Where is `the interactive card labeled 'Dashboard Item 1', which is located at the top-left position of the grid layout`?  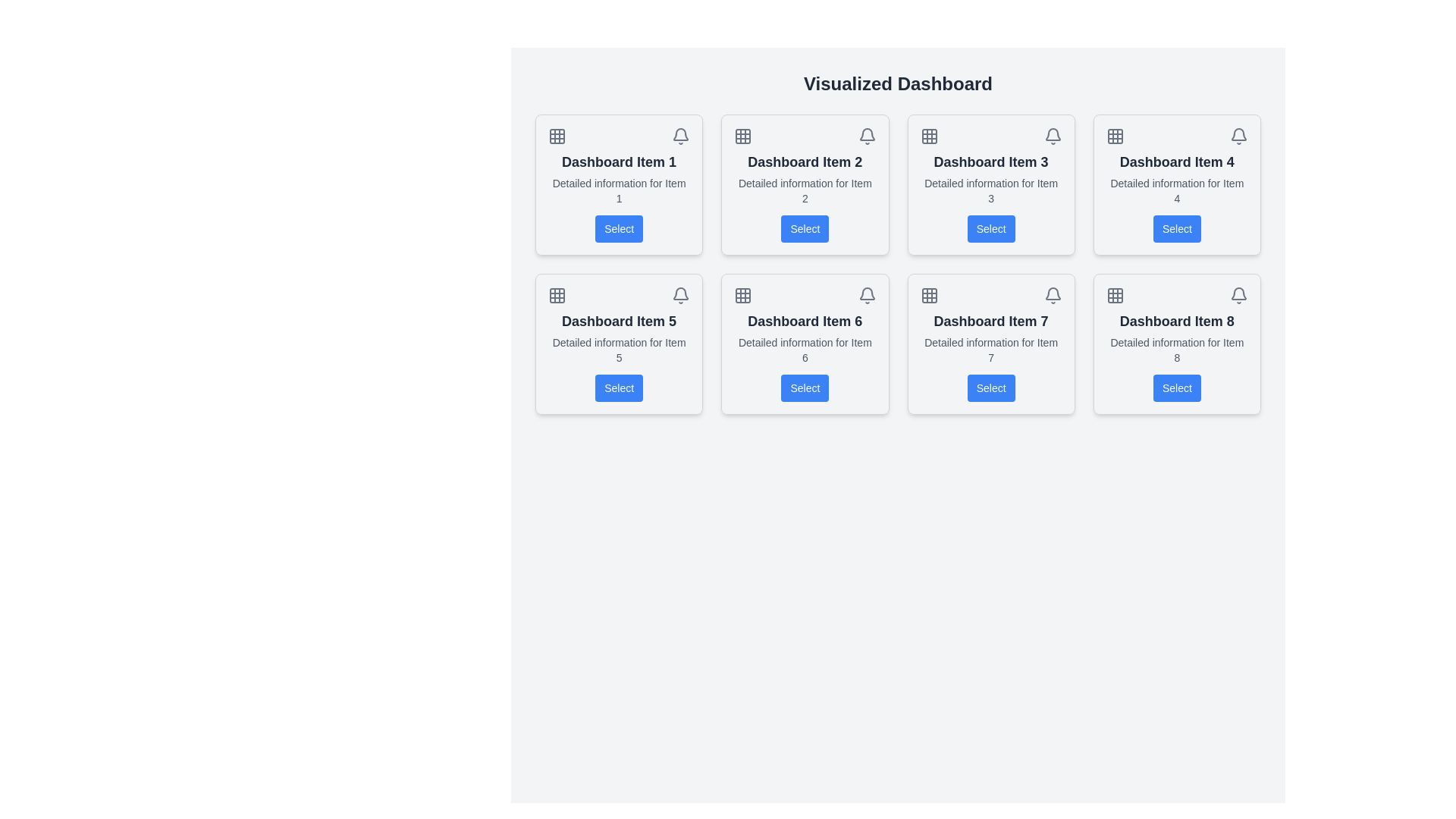
the interactive card labeled 'Dashboard Item 1', which is located at the top-left position of the grid layout is located at coordinates (619, 184).